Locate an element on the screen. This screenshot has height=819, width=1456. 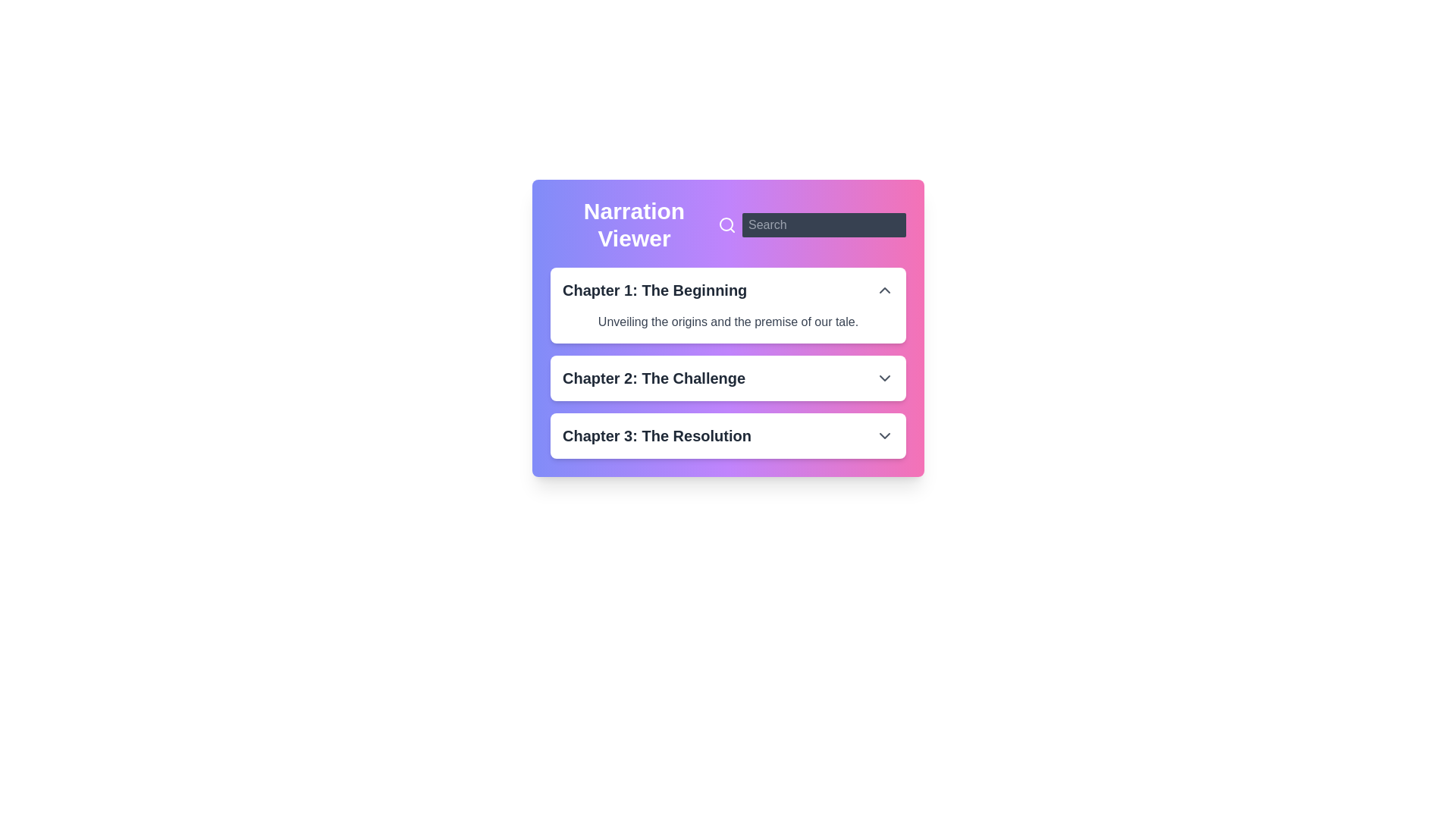
content displayed in the descriptive introduction text box located immediately below the title 'Chapter 1: The Beginning', which is contained within a light-colored box with rounded corners and is positioned centrally in the interface is located at coordinates (728, 321).